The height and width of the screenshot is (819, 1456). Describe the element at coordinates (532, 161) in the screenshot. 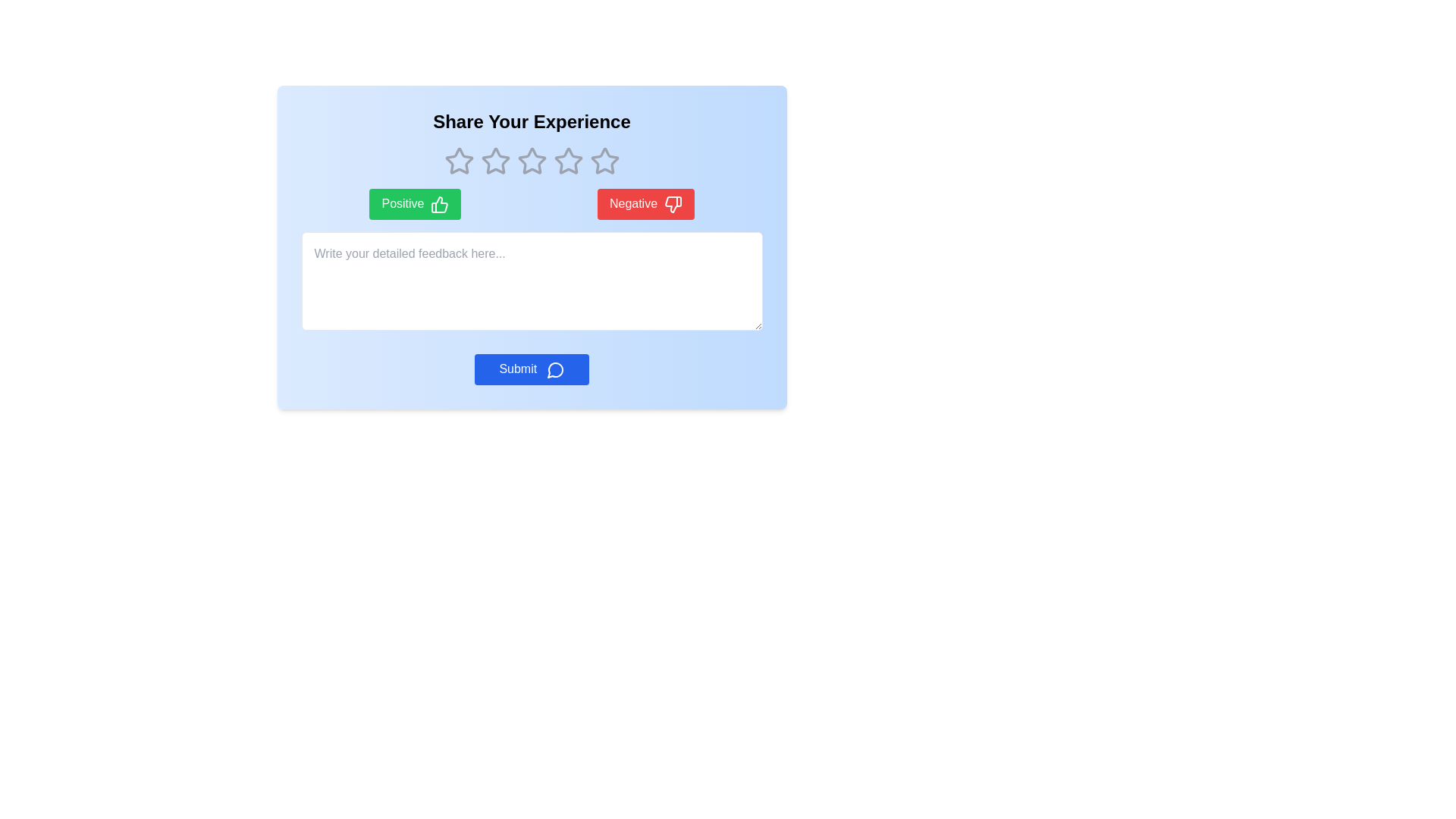

I see `the third star icon representing a three-star rating in the user feedback section` at that location.